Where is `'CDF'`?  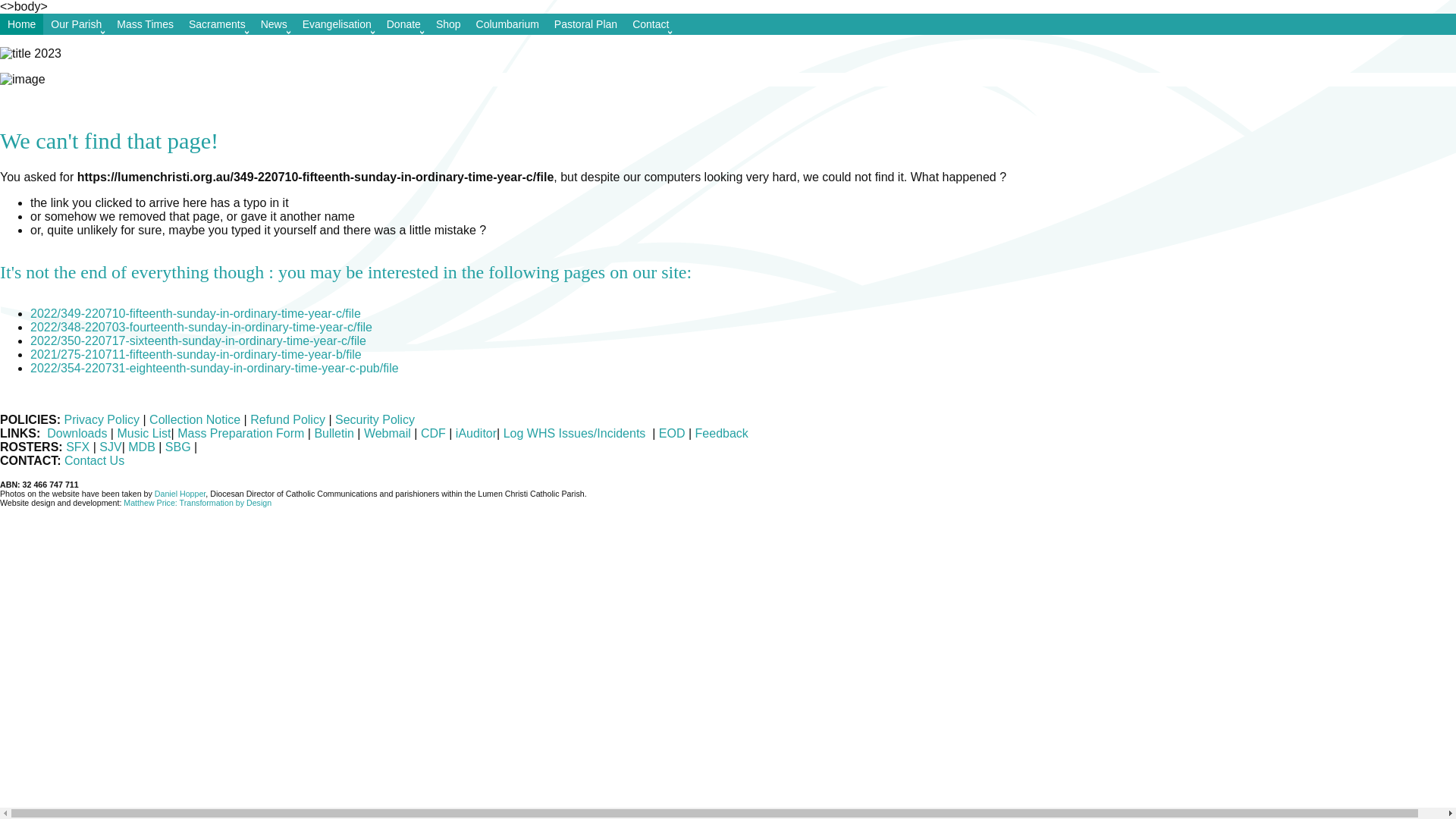 'CDF' is located at coordinates (432, 433).